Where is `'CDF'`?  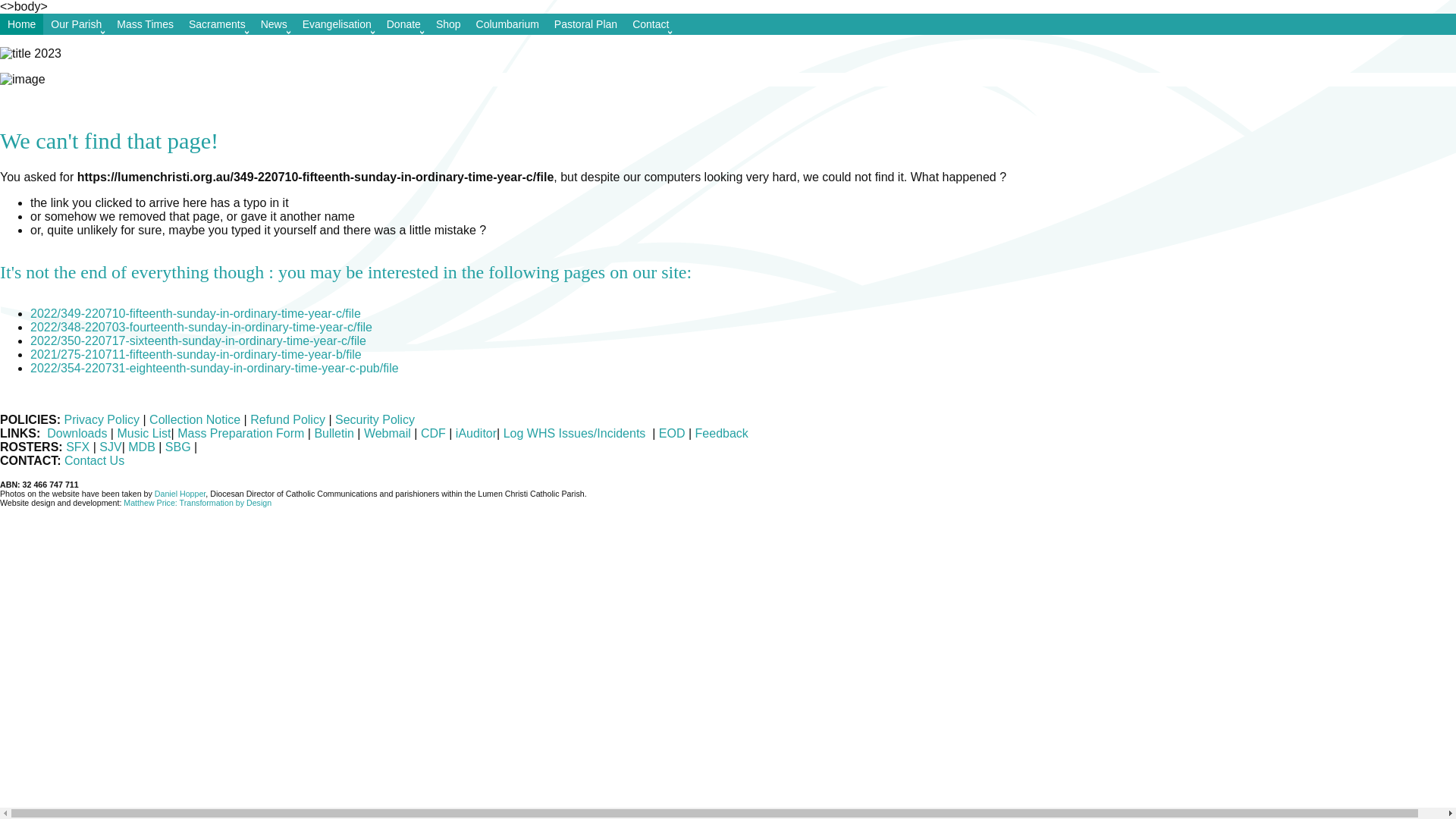 'CDF' is located at coordinates (432, 433).